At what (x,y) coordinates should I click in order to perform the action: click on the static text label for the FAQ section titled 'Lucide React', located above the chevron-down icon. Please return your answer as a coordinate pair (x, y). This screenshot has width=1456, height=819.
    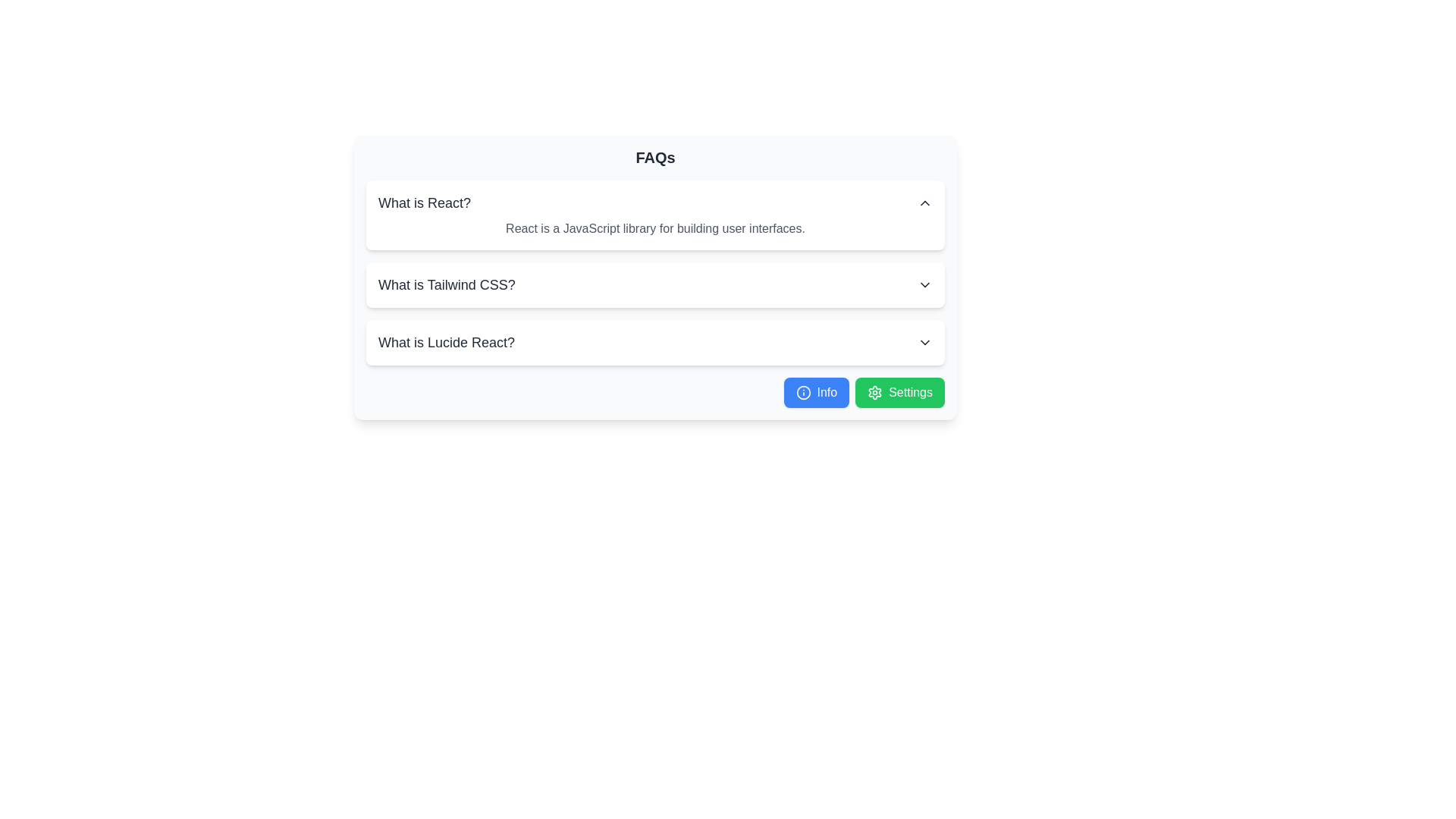
    Looking at the image, I should click on (446, 342).